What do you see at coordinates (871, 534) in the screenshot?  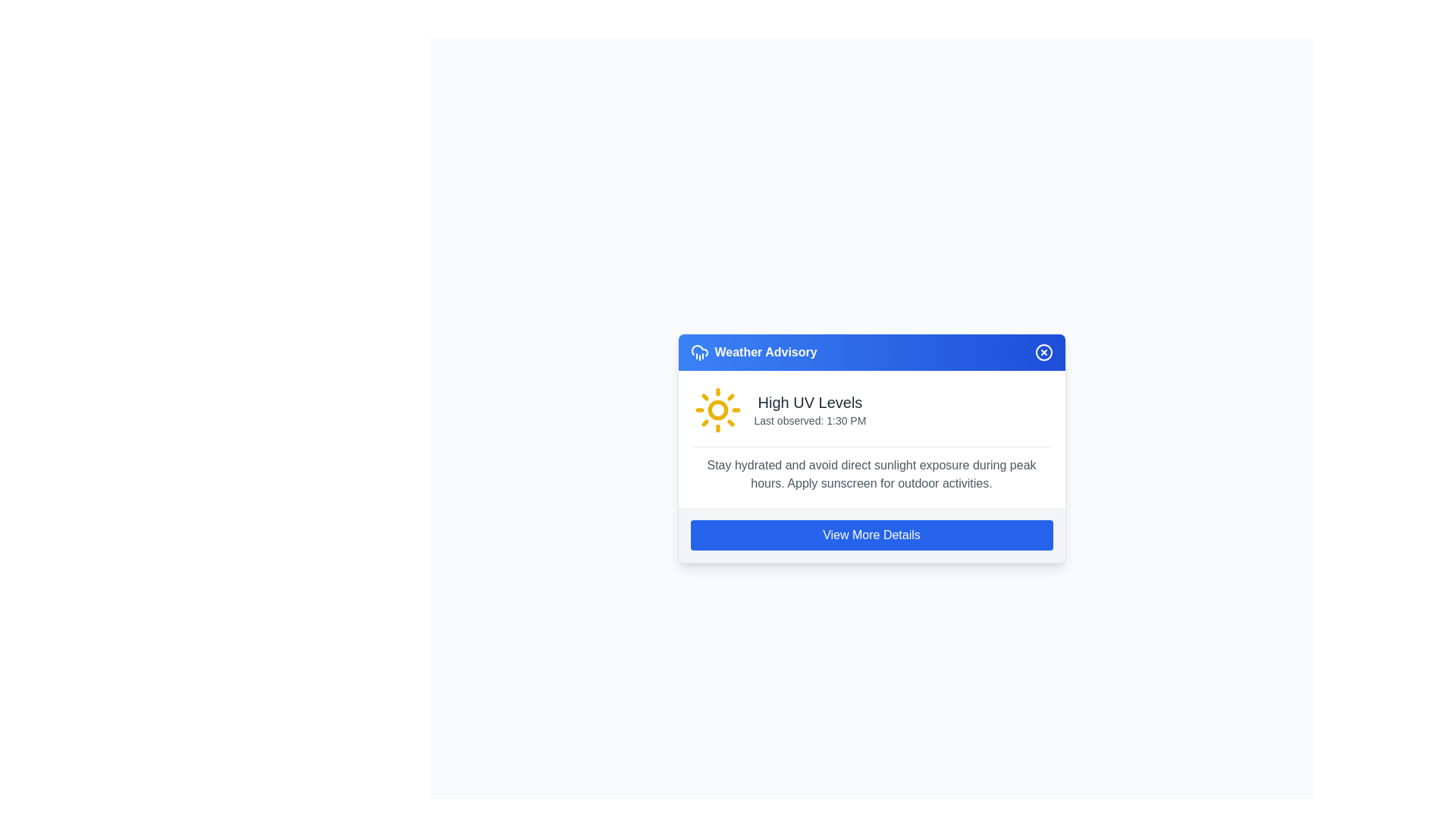 I see `the button located at the bottom of the panel, which navigates to a page with more detailed information related to the current content` at bounding box center [871, 534].